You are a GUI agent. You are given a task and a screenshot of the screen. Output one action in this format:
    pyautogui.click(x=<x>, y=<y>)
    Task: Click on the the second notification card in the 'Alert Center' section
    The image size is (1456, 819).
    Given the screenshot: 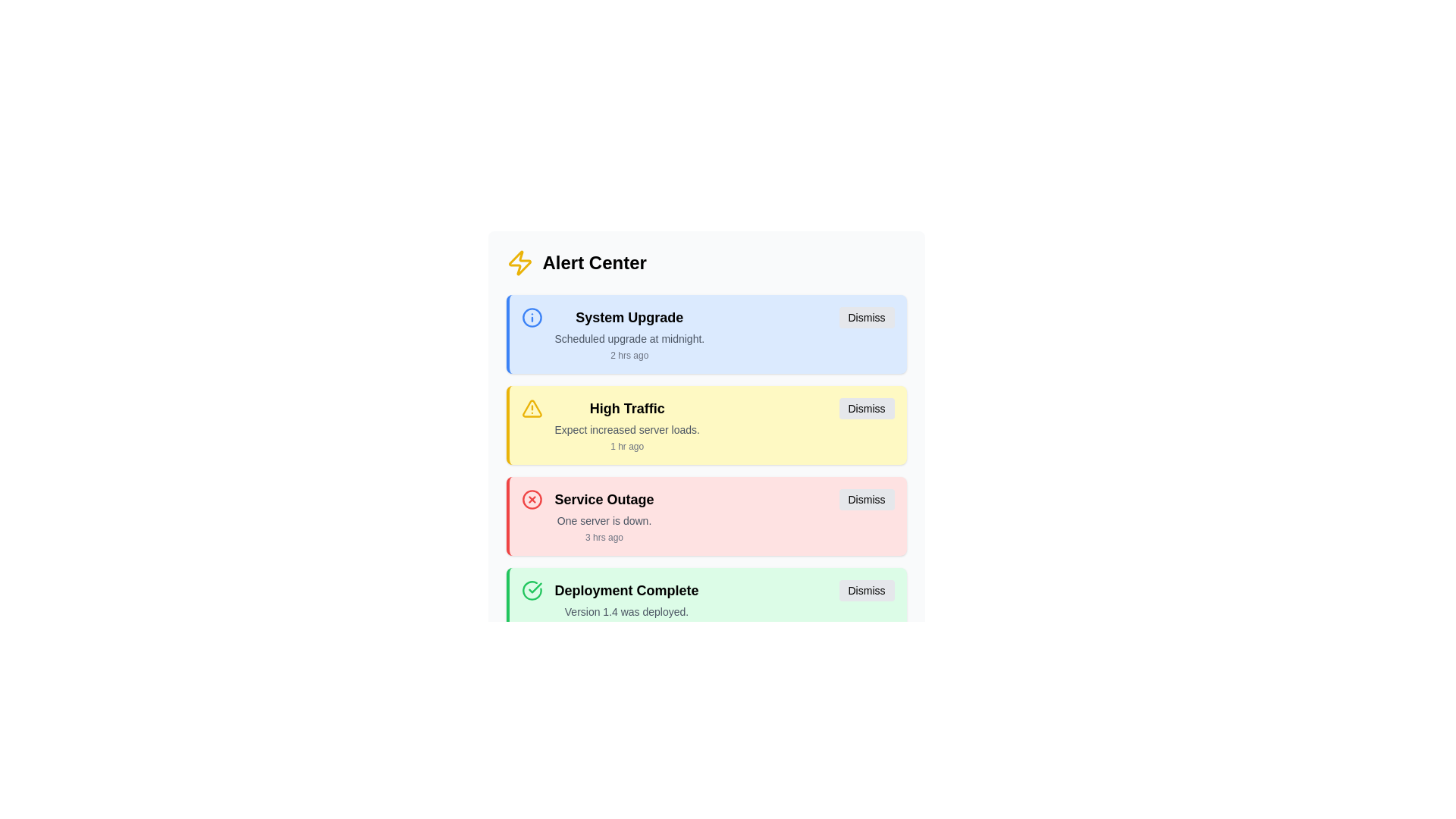 What is the action you would take?
    pyautogui.click(x=705, y=417)
    